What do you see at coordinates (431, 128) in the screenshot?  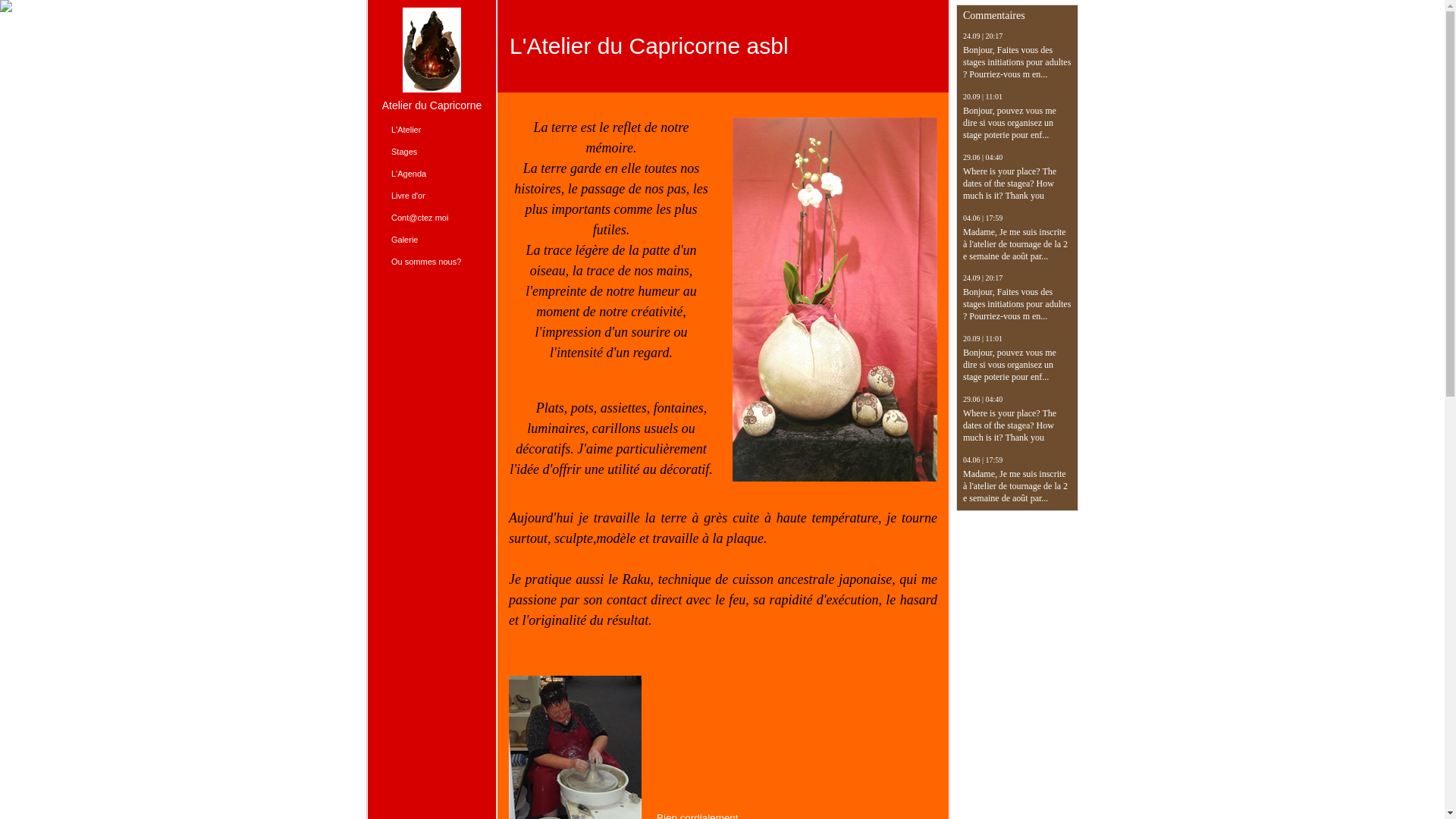 I see `'L'Atelier'` at bounding box center [431, 128].